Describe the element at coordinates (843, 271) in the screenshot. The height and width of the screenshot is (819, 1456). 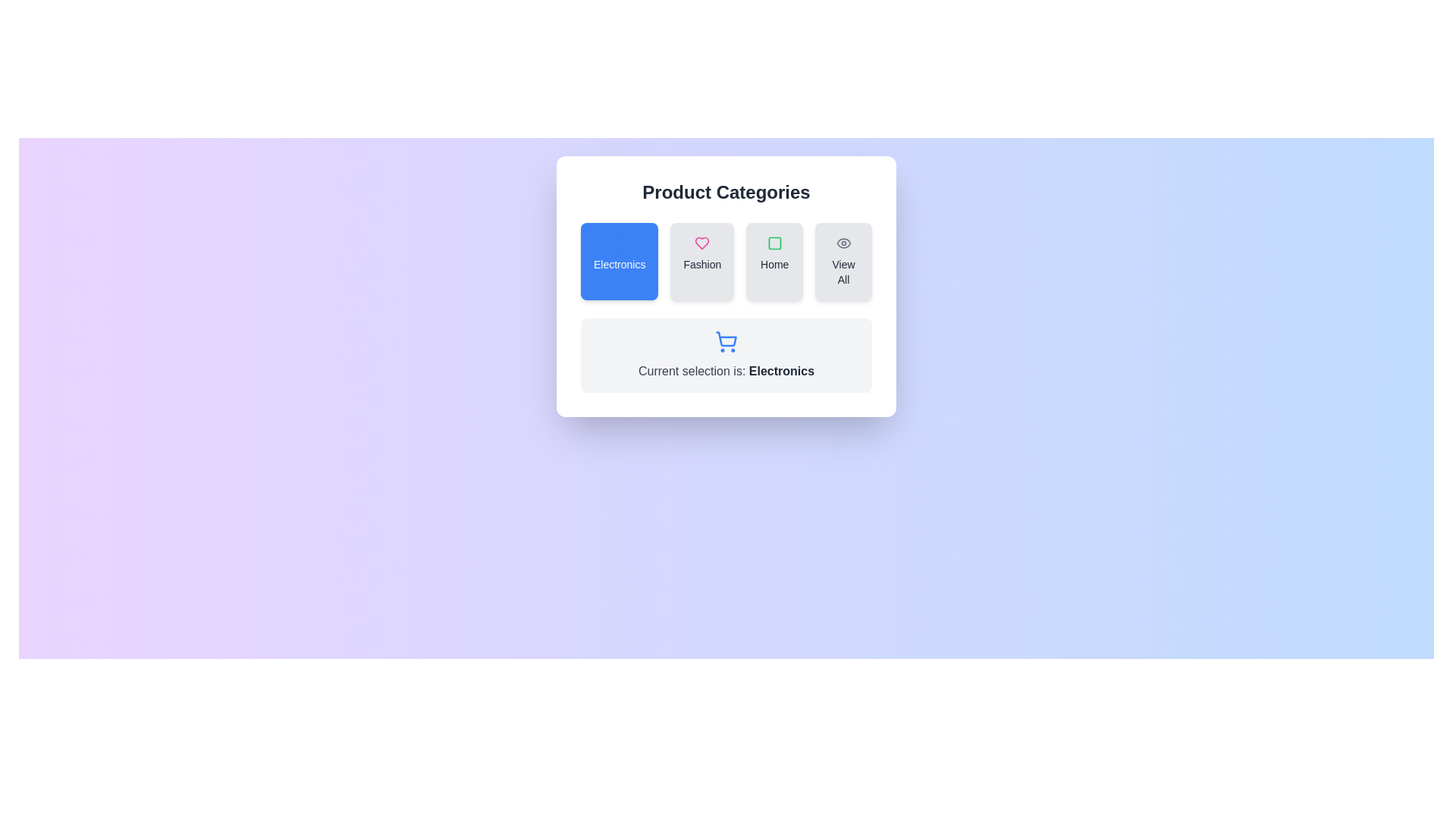
I see `text label 'View All' located below the eye icon in the rightmost button of the horizontal category selection menu` at that location.